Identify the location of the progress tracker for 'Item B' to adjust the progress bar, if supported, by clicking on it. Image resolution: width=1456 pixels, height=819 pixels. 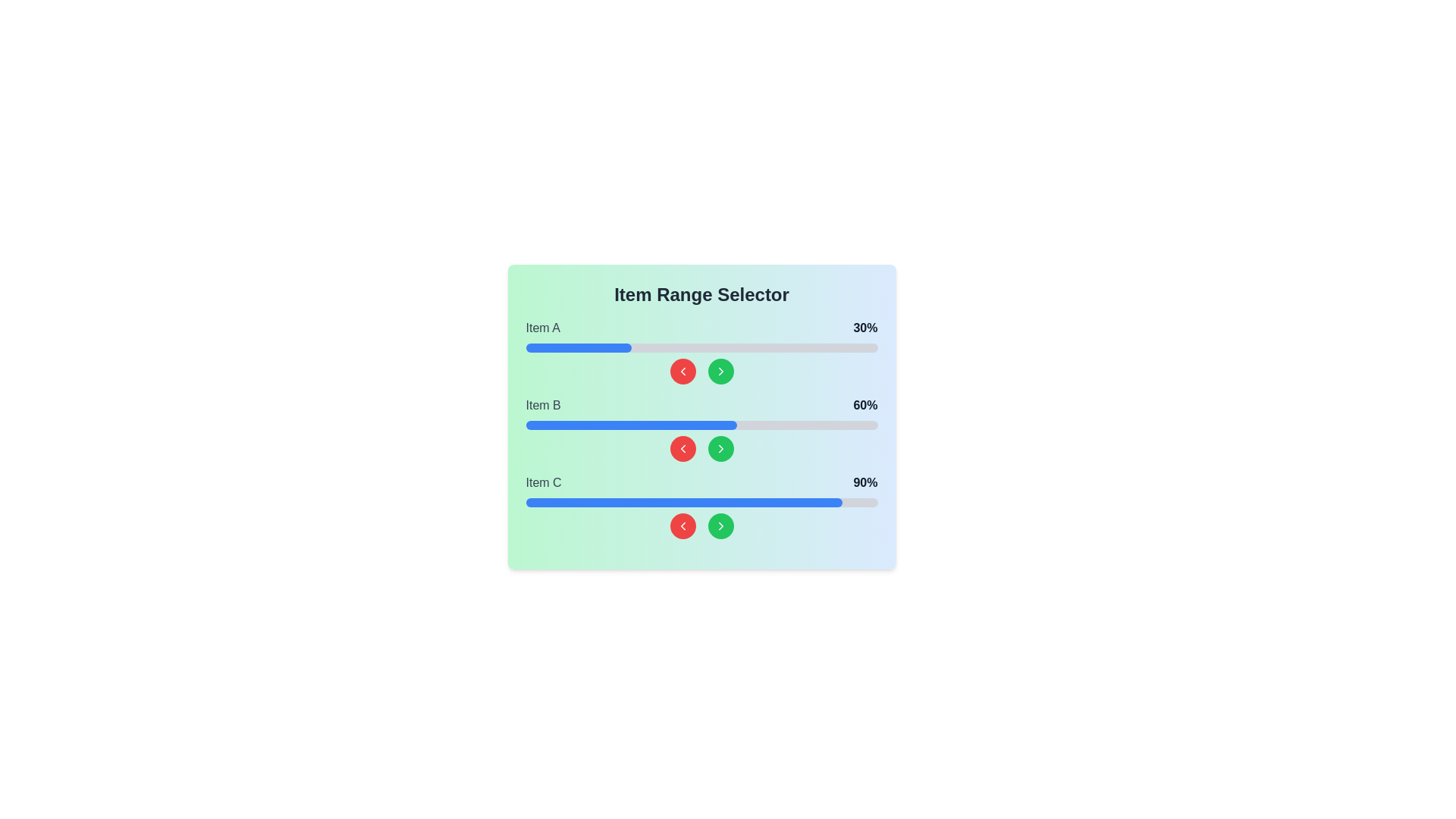
(701, 429).